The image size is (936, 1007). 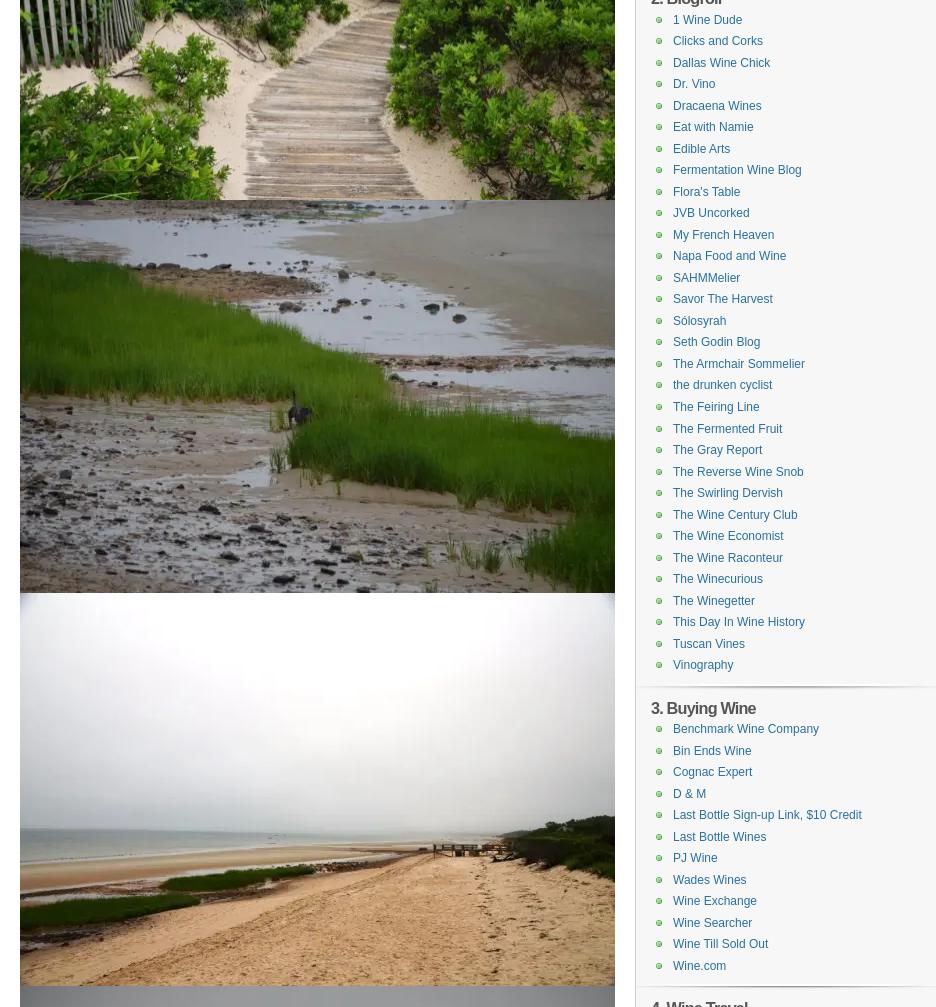 What do you see at coordinates (672, 212) in the screenshot?
I see `'JVB Uncorked'` at bounding box center [672, 212].